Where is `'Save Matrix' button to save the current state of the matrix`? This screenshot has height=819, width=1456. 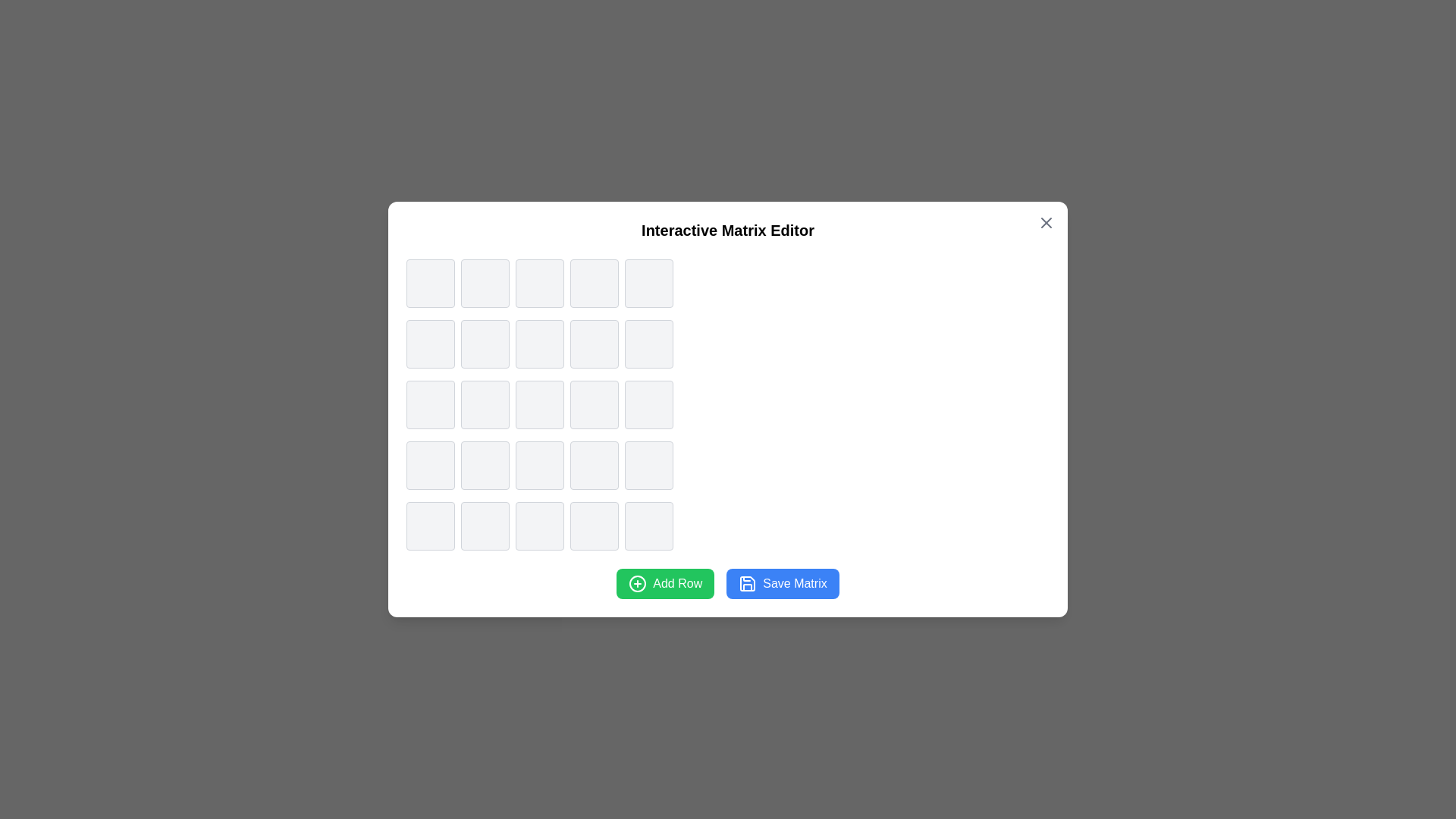 'Save Matrix' button to save the current state of the matrix is located at coordinates (783, 583).